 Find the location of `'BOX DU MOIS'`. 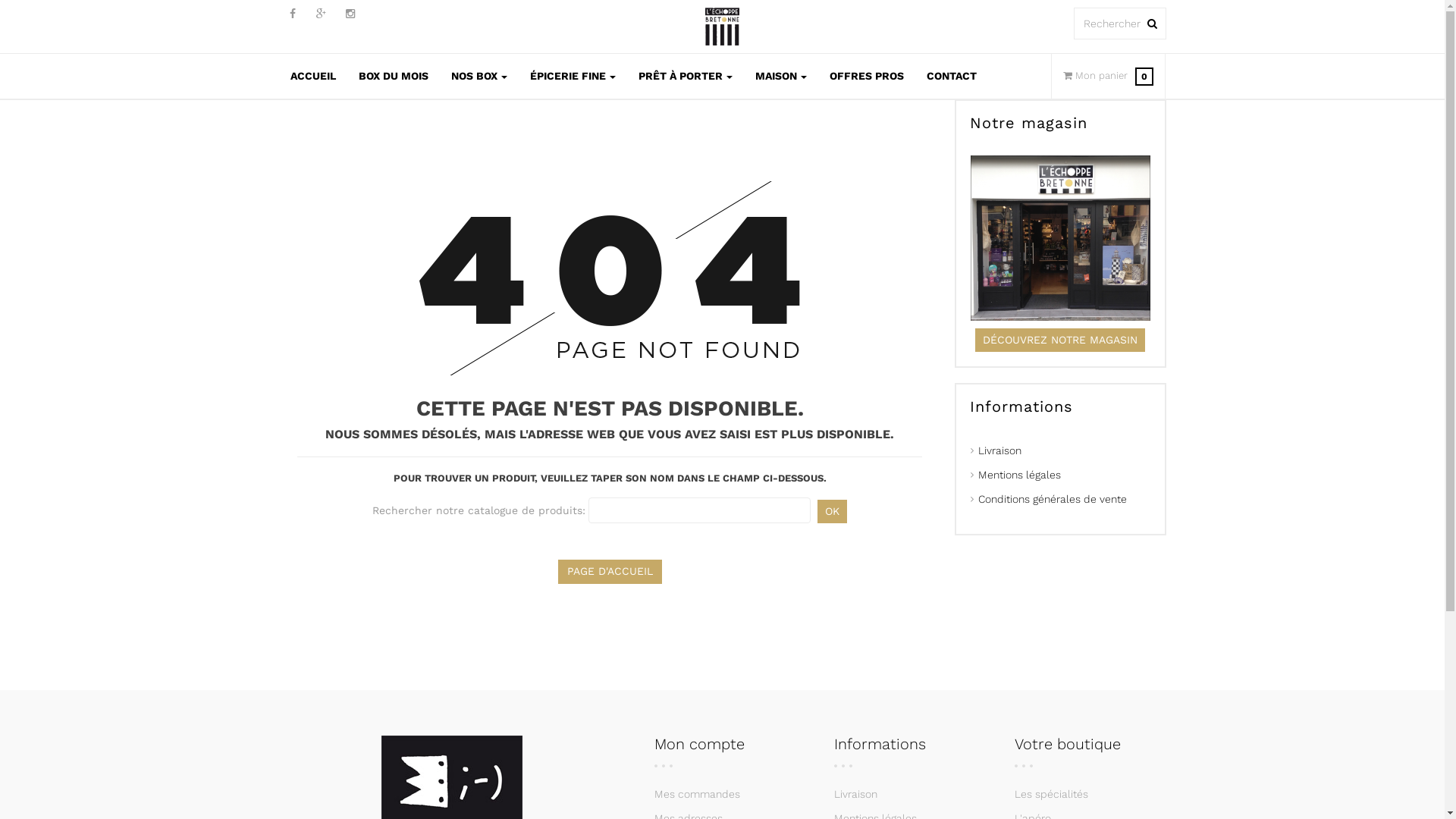

'BOX DU MOIS' is located at coordinates (393, 76).